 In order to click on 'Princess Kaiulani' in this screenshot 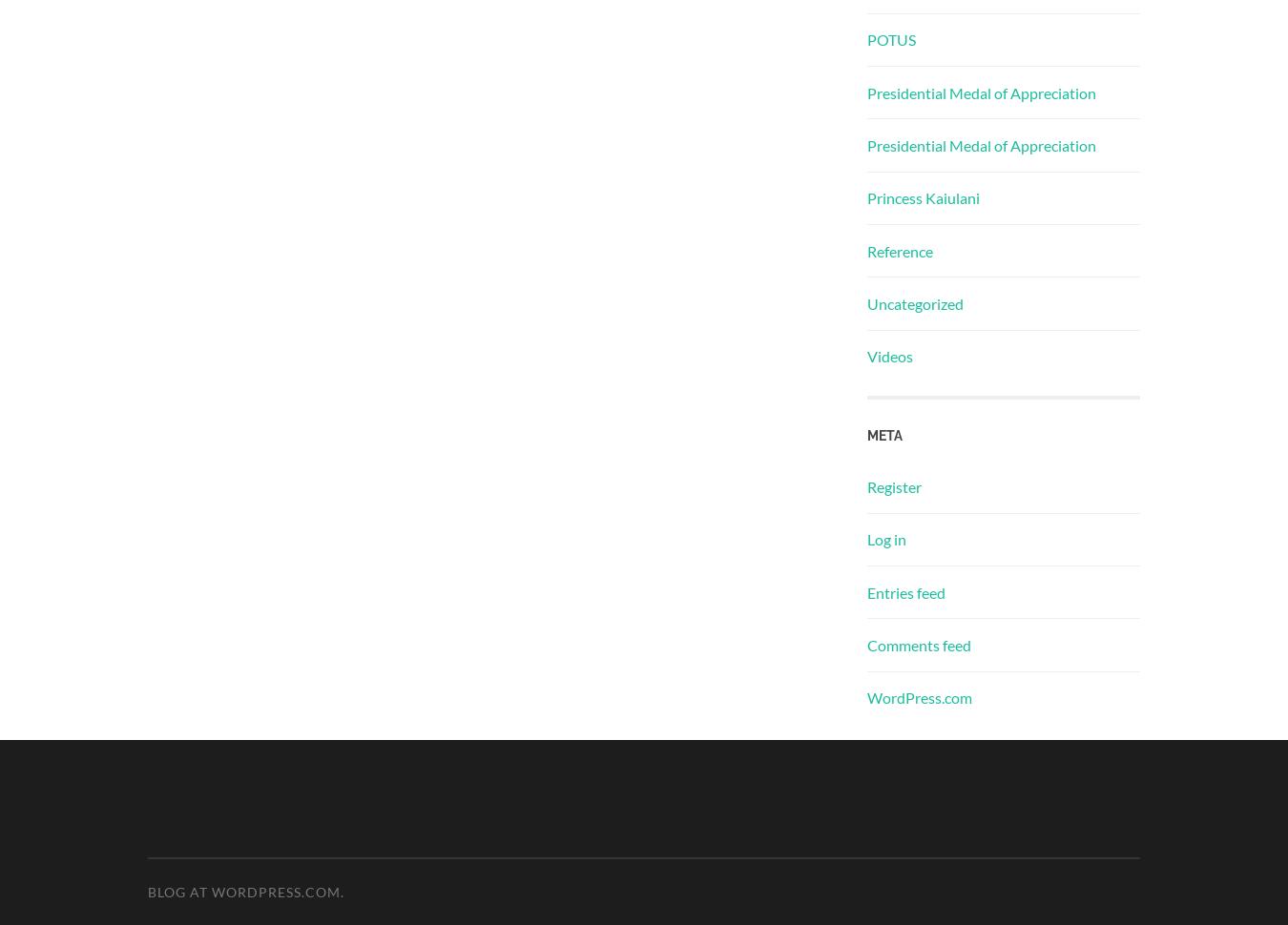, I will do `click(922, 197)`.